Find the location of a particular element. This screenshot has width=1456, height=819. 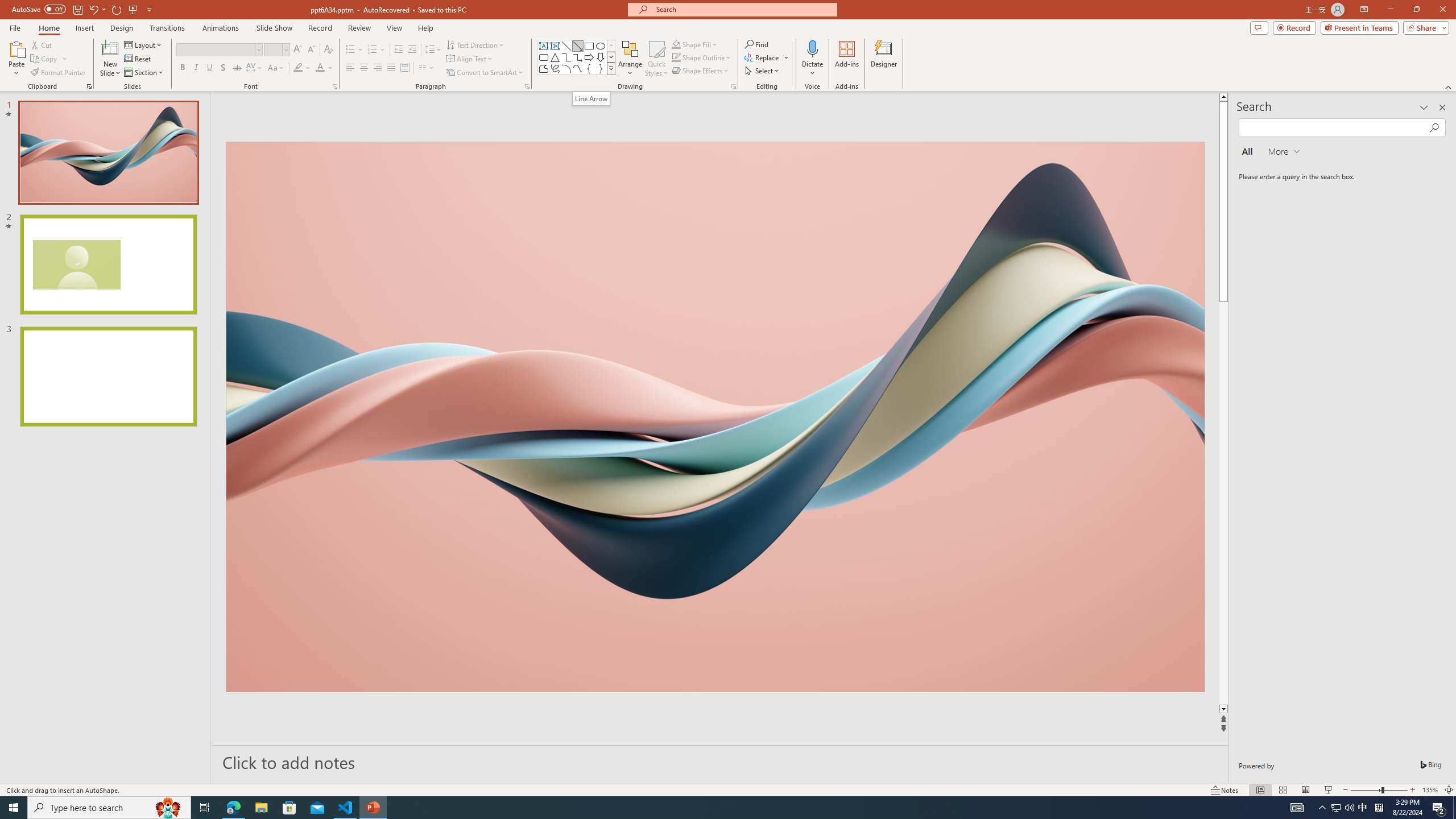

'Shadow' is located at coordinates (222, 67).